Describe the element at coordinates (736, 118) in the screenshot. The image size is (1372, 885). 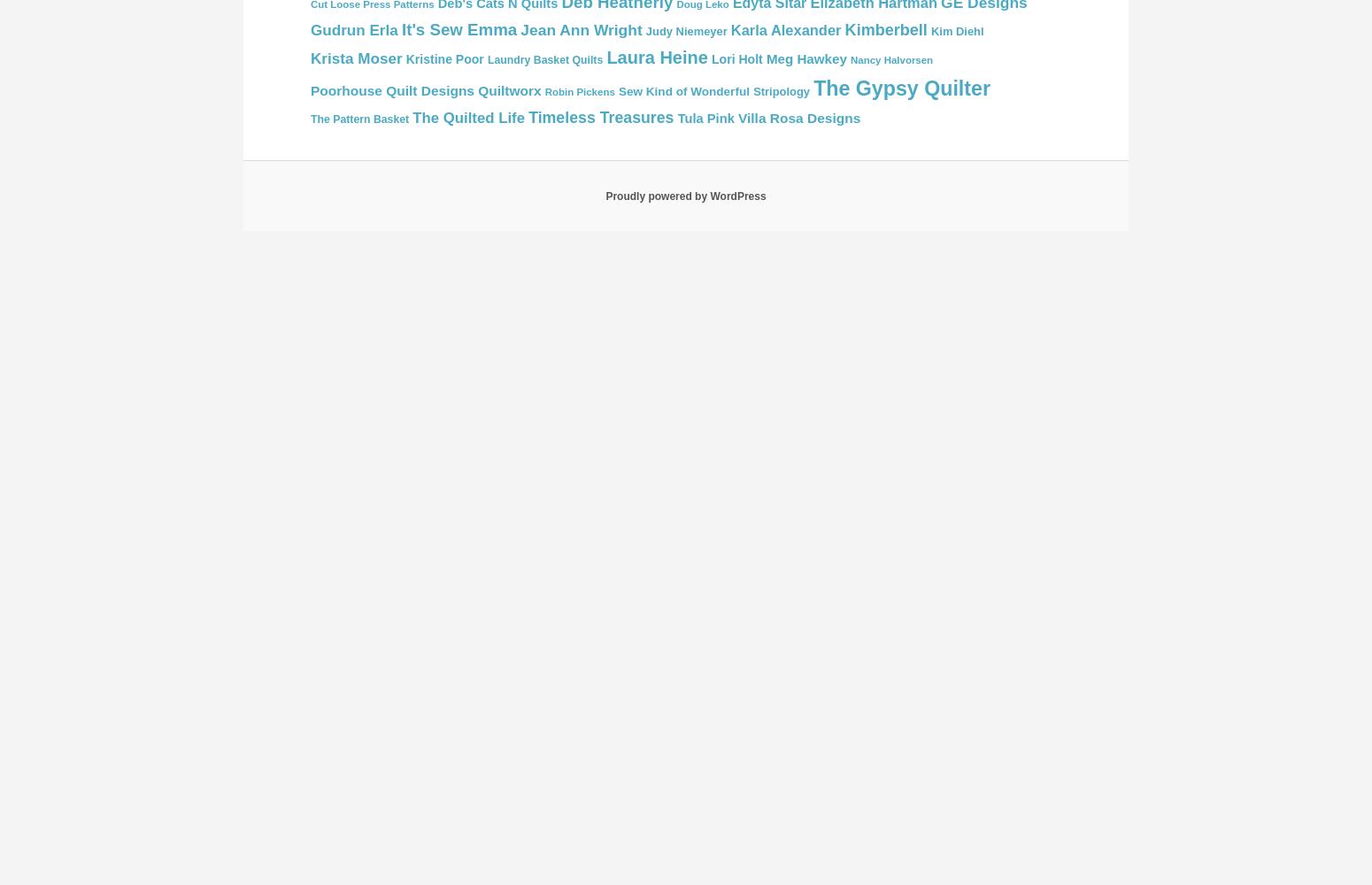
I see `'Villa Rosa Designs'` at that location.